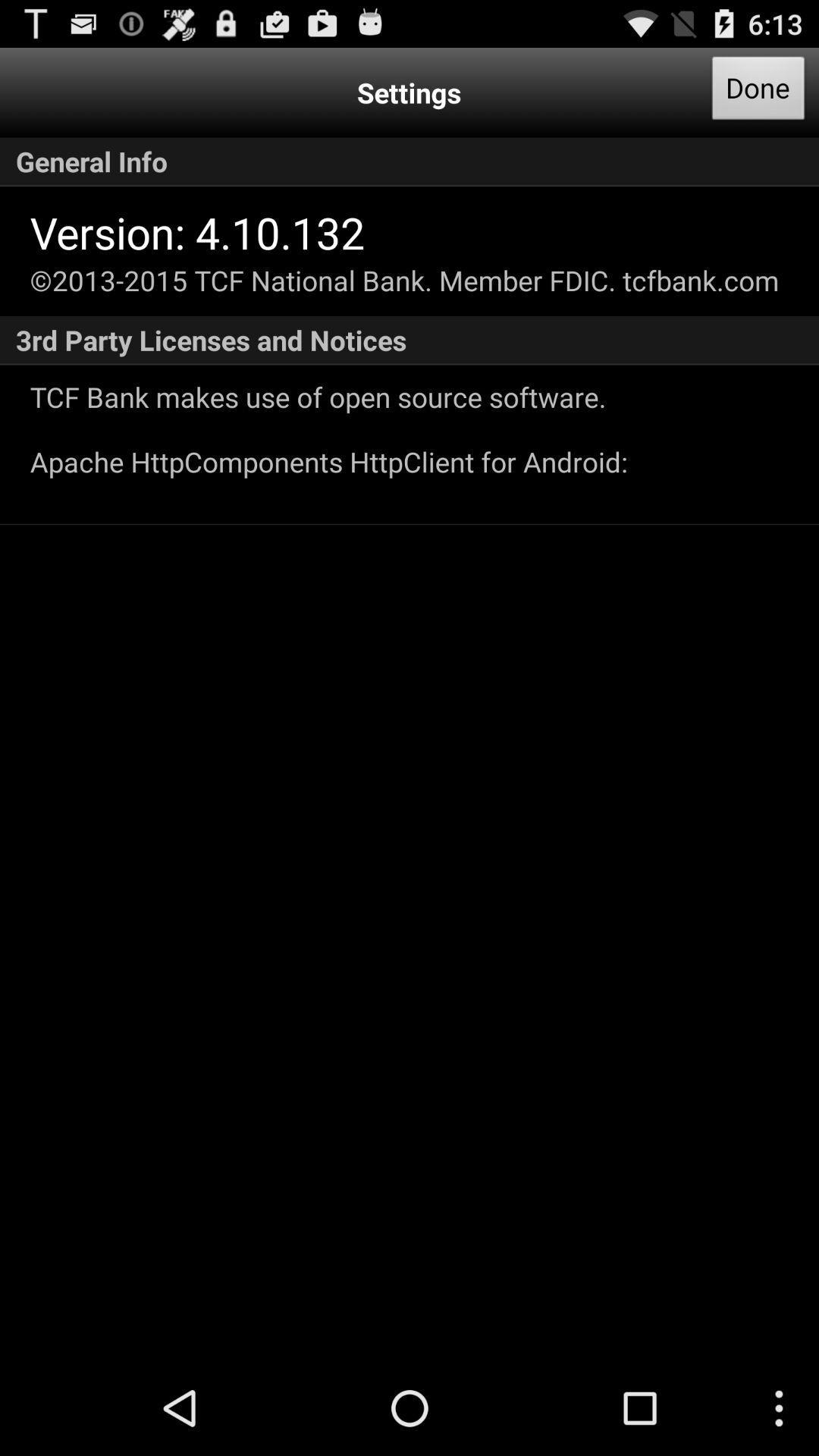  I want to click on icon above general info app, so click(758, 92).